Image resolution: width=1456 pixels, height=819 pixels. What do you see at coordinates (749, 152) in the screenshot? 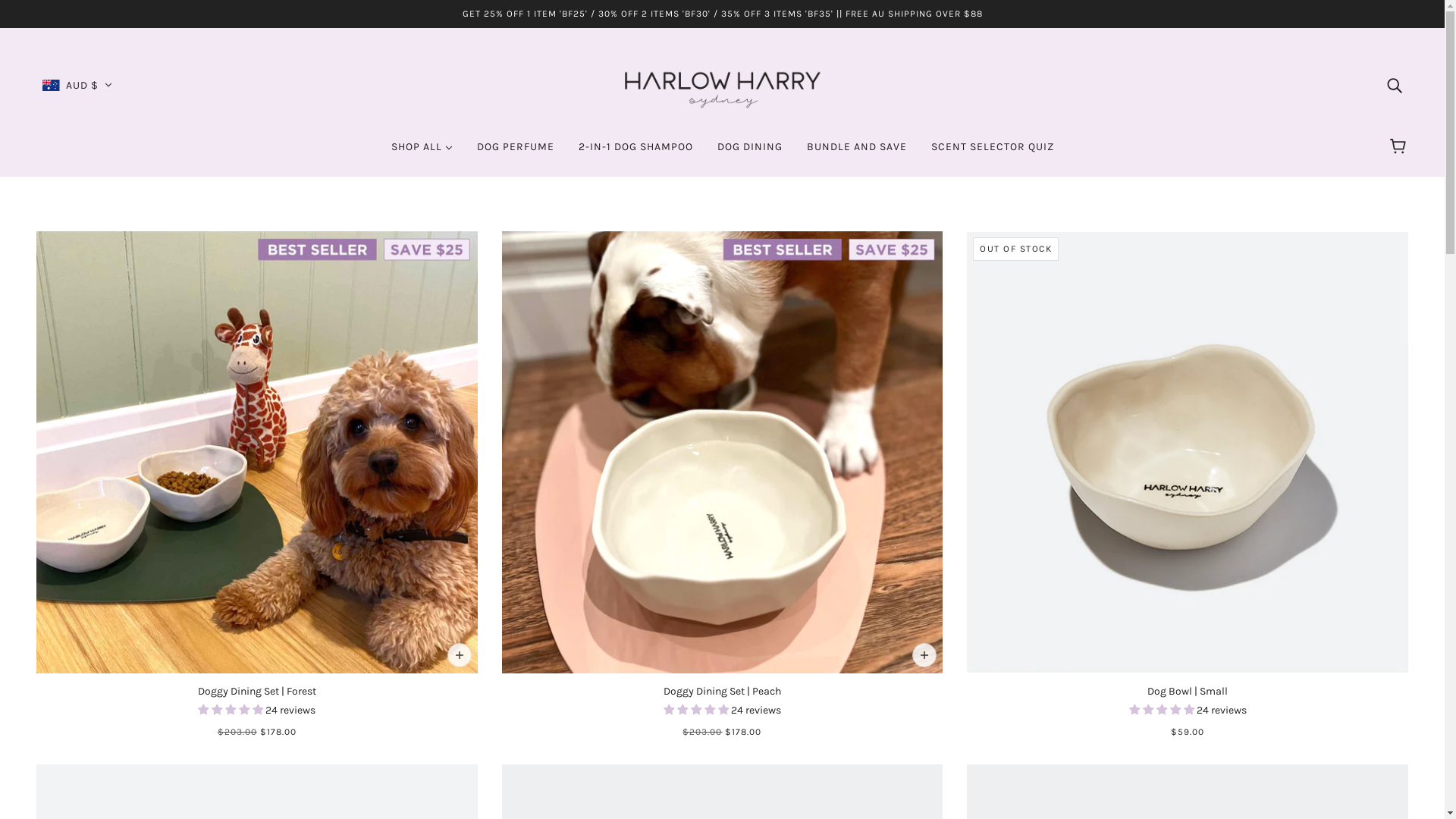
I see `'DOG DINING'` at bounding box center [749, 152].